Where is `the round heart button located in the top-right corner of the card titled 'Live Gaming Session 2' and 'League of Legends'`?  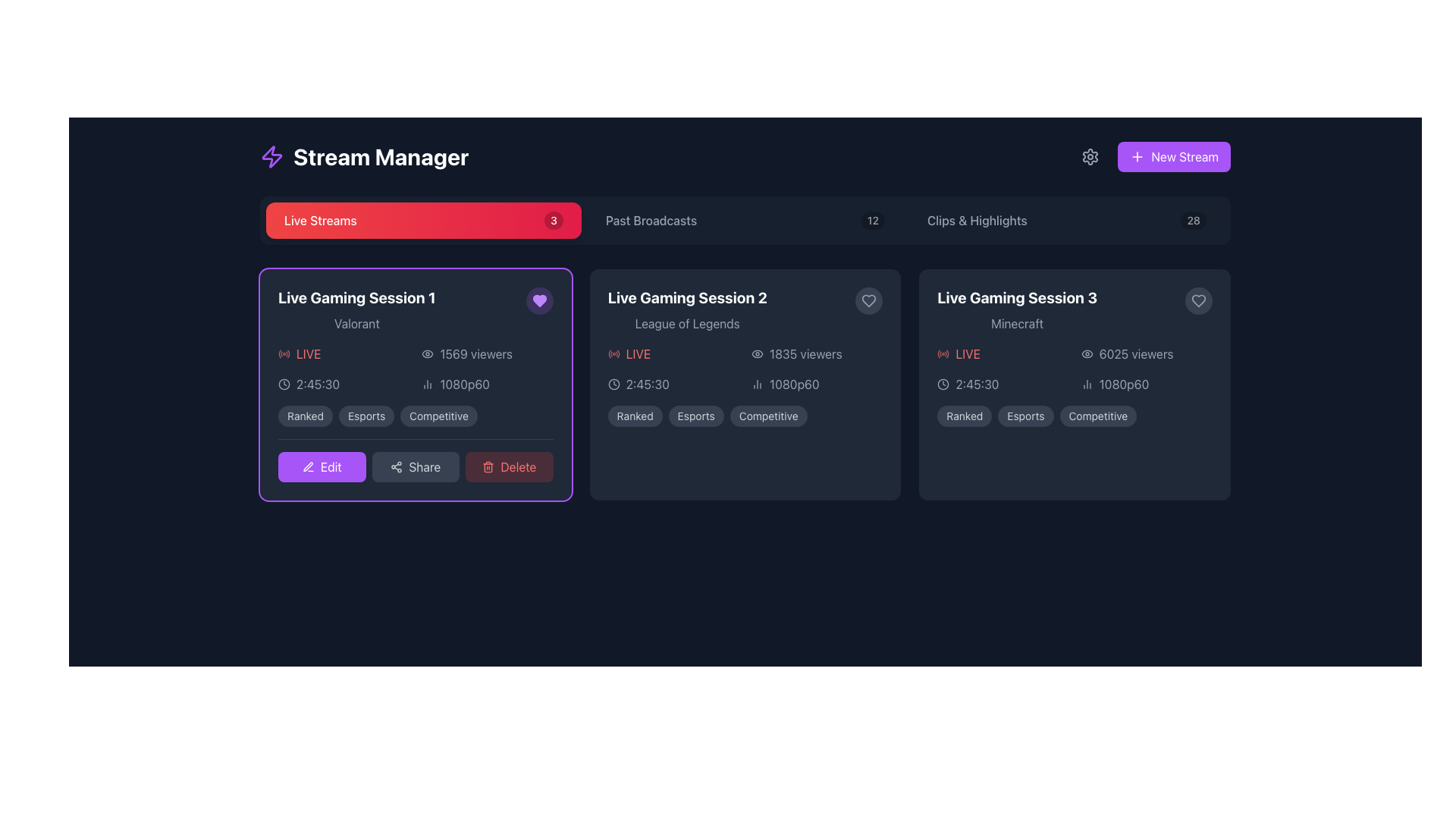 the round heart button located in the top-right corner of the card titled 'Live Gaming Session 2' and 'League of Legends' is located at coordinates (869, 301).